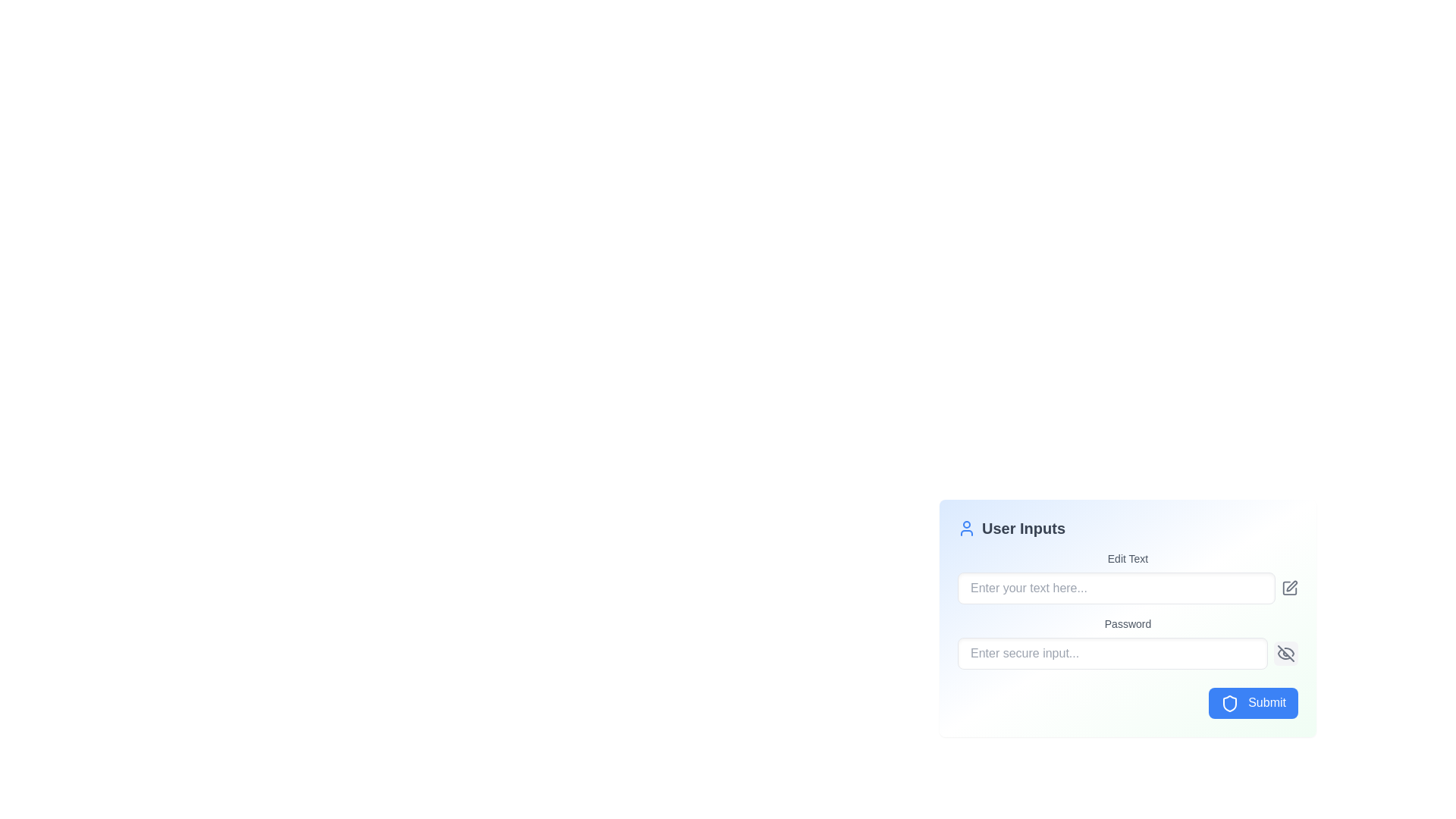 The height and width of the screenshot is (819, 1456). Describe the element at coordinates (1285, 652) in the screenshot. I see `the visibility toggle icon at the far right of the password input field in the 'User Inputs' section` at that location.